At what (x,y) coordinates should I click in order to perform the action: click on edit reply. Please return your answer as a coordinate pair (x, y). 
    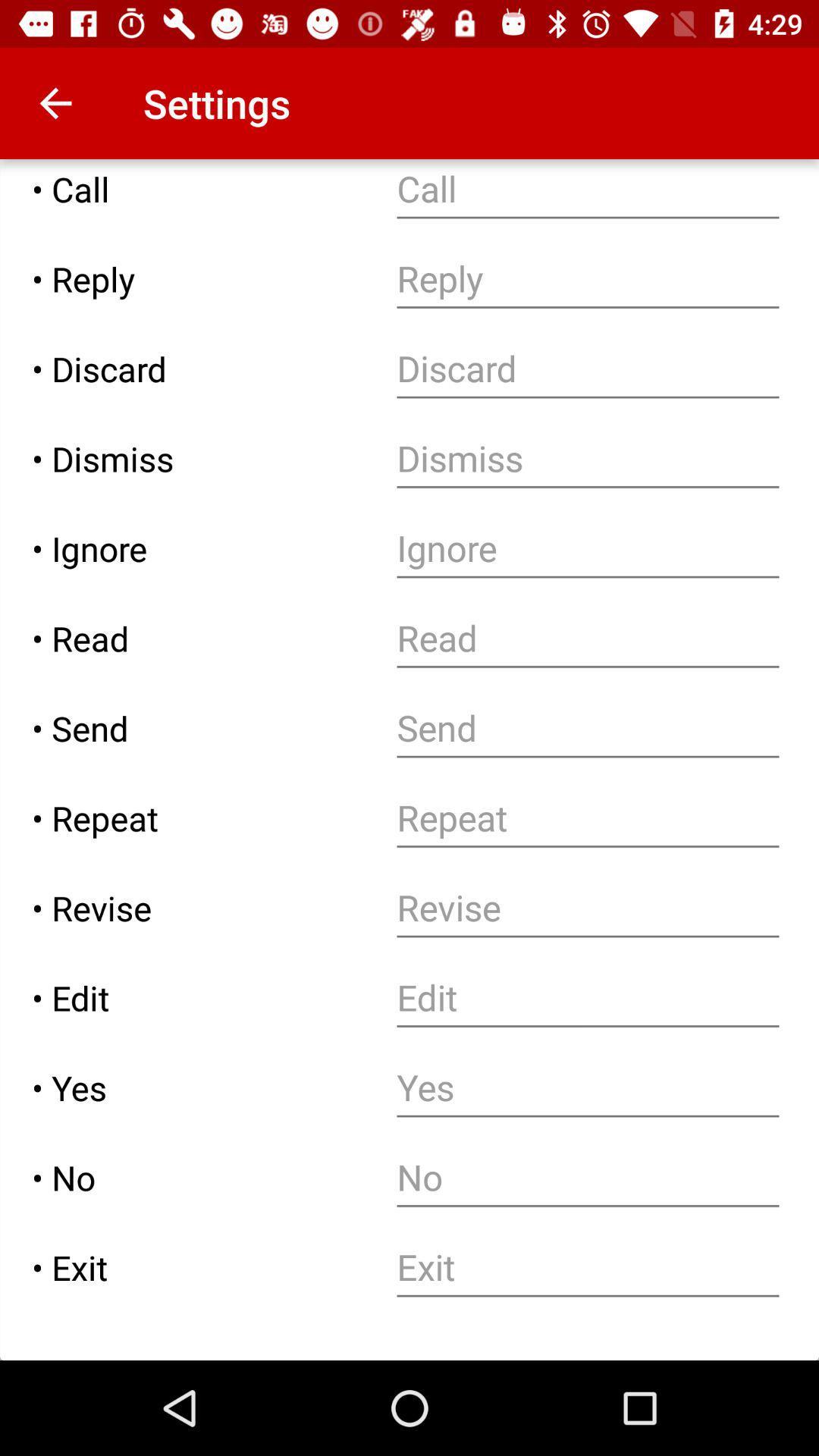
    Looking at the image, I should click on (587, 279).